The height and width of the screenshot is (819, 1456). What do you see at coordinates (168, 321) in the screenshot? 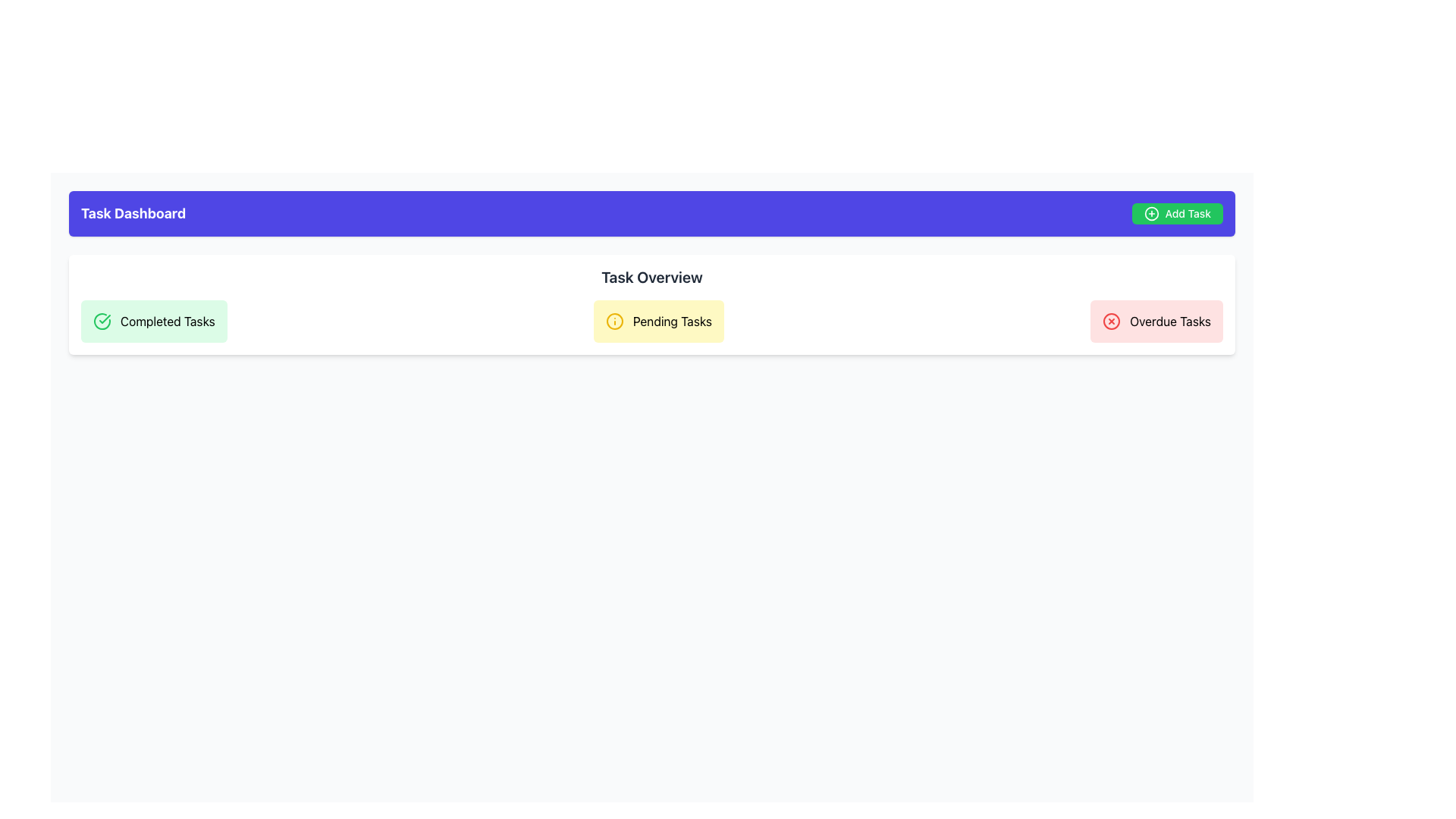
I see `text displayed in the light green rounded rectangular box that serves as a label for the corresponding task category` at bounding box center [168, 321].